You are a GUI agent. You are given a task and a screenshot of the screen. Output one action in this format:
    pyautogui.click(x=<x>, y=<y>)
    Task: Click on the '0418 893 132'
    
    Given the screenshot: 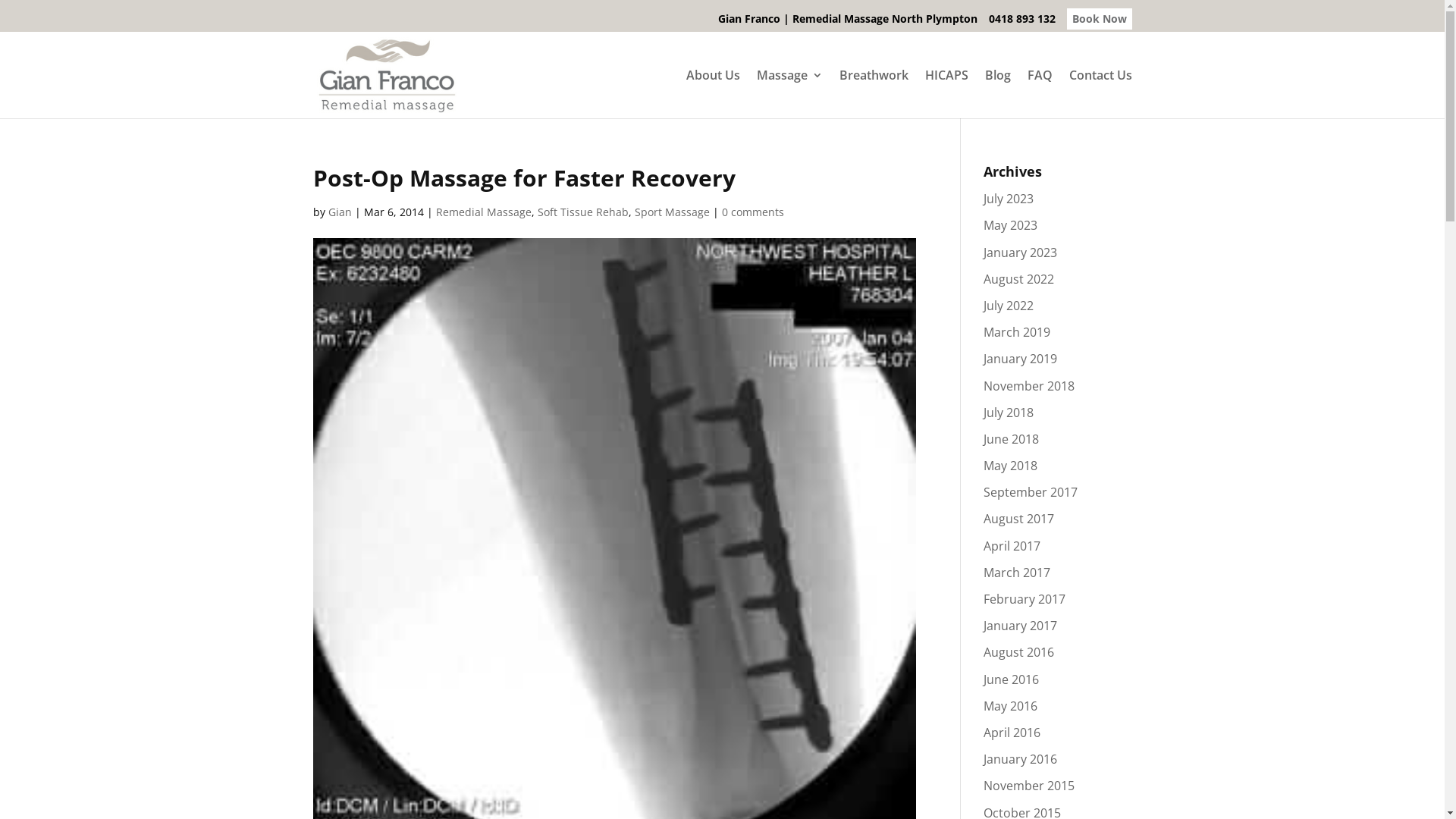 What is the action you would take?
    pyautogui.click(x=989, y=23)
    